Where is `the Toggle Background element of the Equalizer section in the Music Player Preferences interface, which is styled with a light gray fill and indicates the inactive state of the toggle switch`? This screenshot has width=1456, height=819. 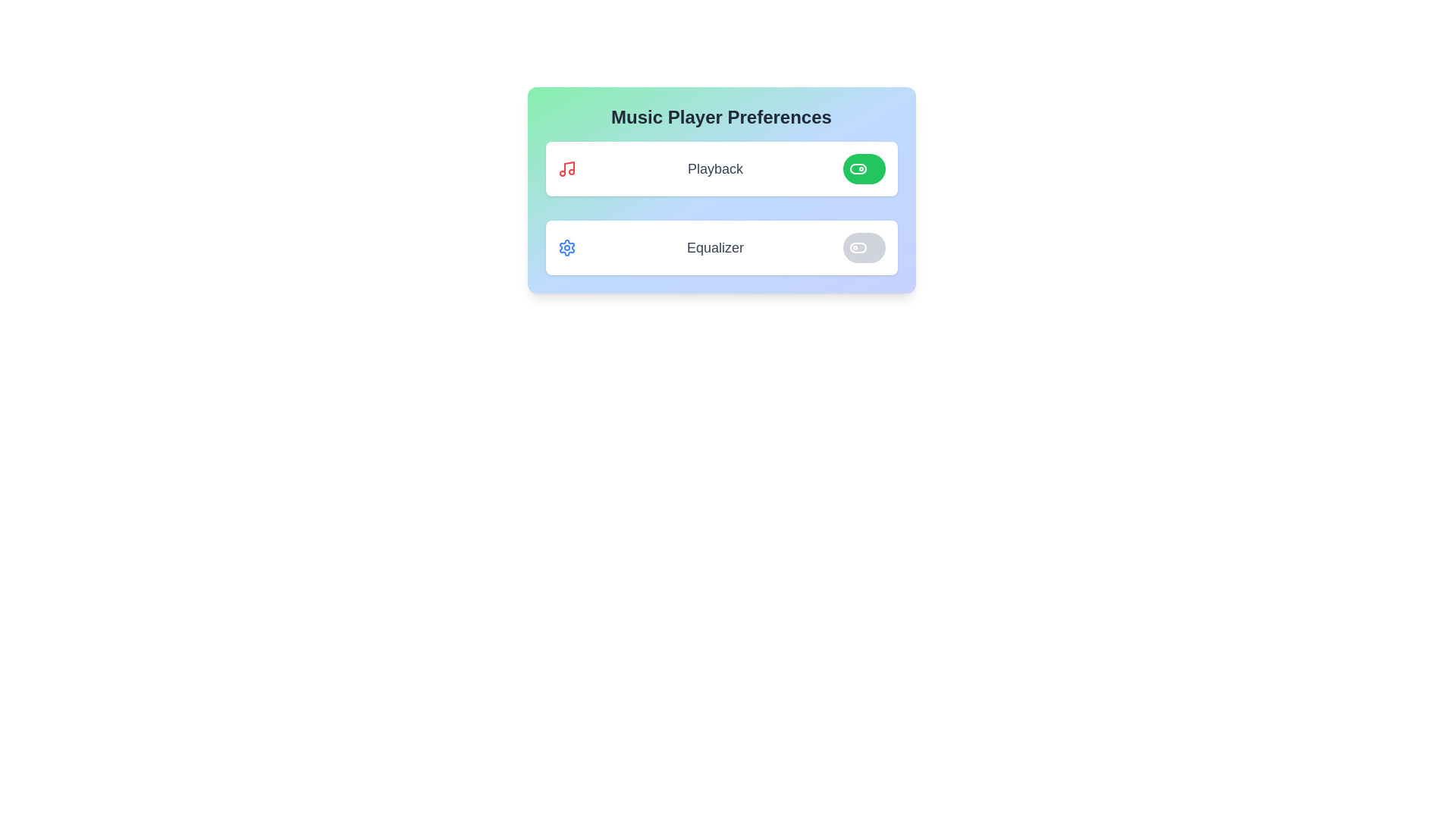
the Toggle Background element of the Equalizer section in the Music Player Preferences interface, which is styled with a light gray fill and indicates the inactive state of the toggle switch is located at coordinates (858, 247).